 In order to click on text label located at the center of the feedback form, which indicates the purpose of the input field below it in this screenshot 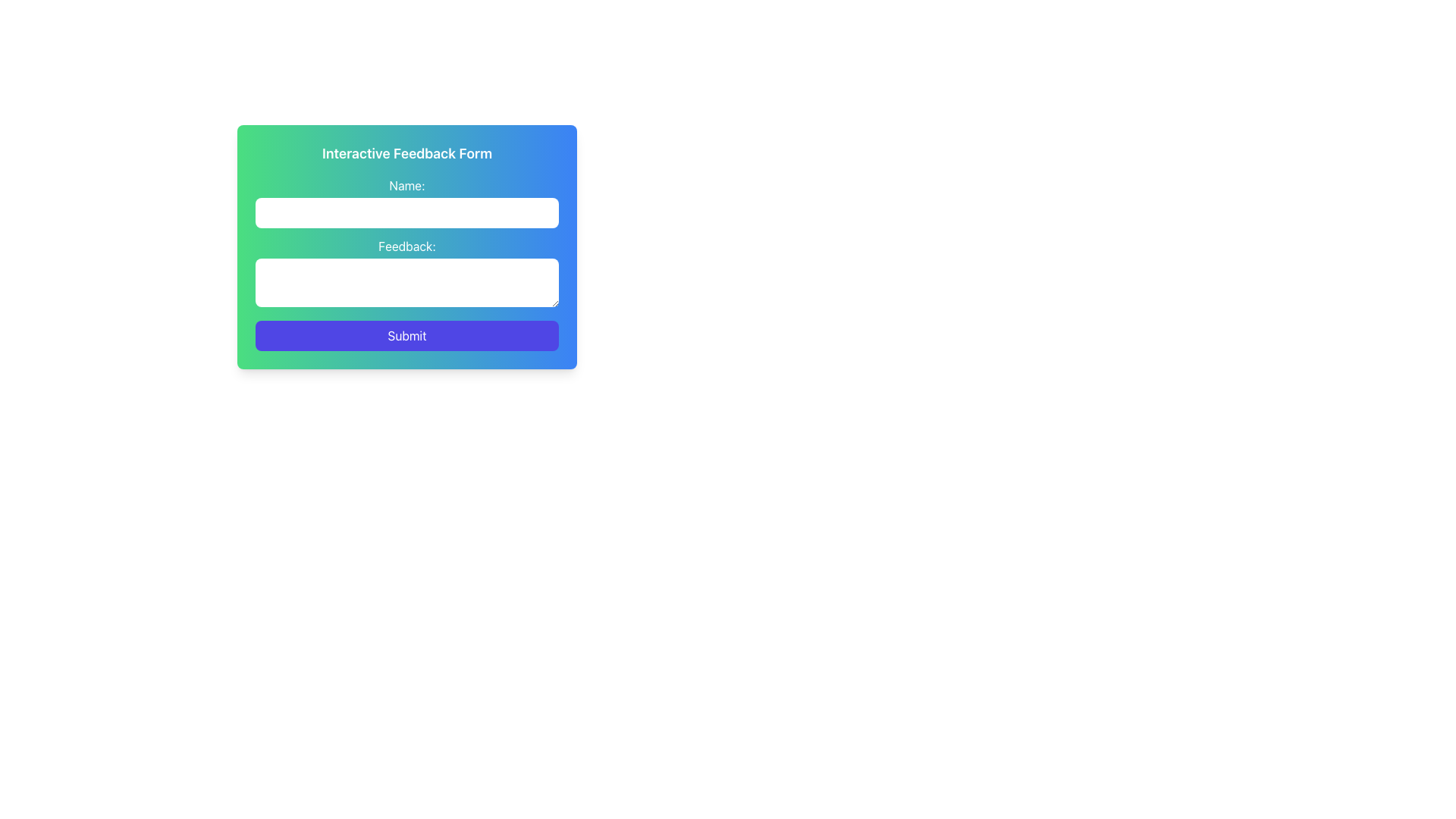, I will do `click(407, 245)`.